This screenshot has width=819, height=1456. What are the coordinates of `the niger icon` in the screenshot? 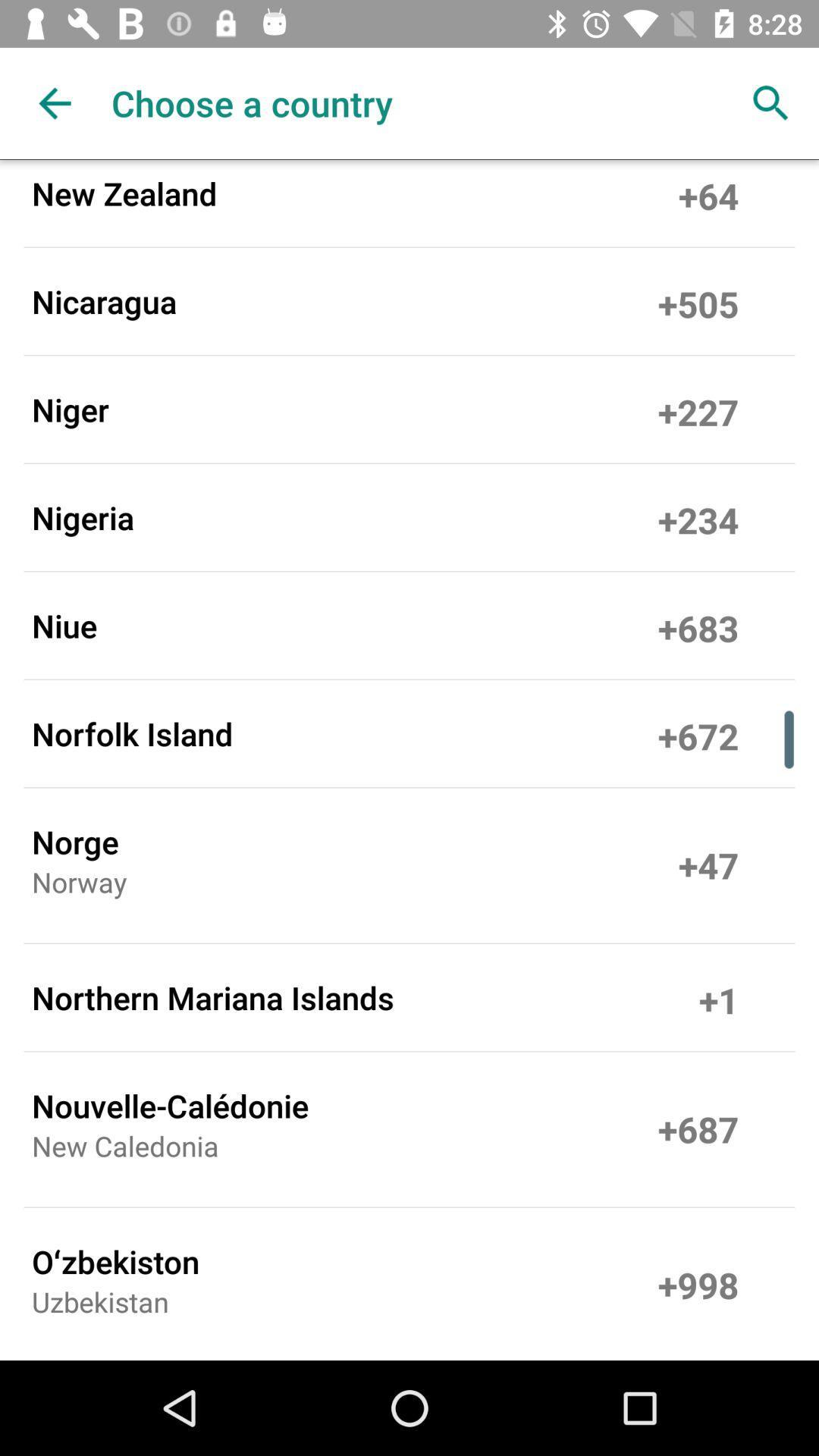 It's located at (70, 409).